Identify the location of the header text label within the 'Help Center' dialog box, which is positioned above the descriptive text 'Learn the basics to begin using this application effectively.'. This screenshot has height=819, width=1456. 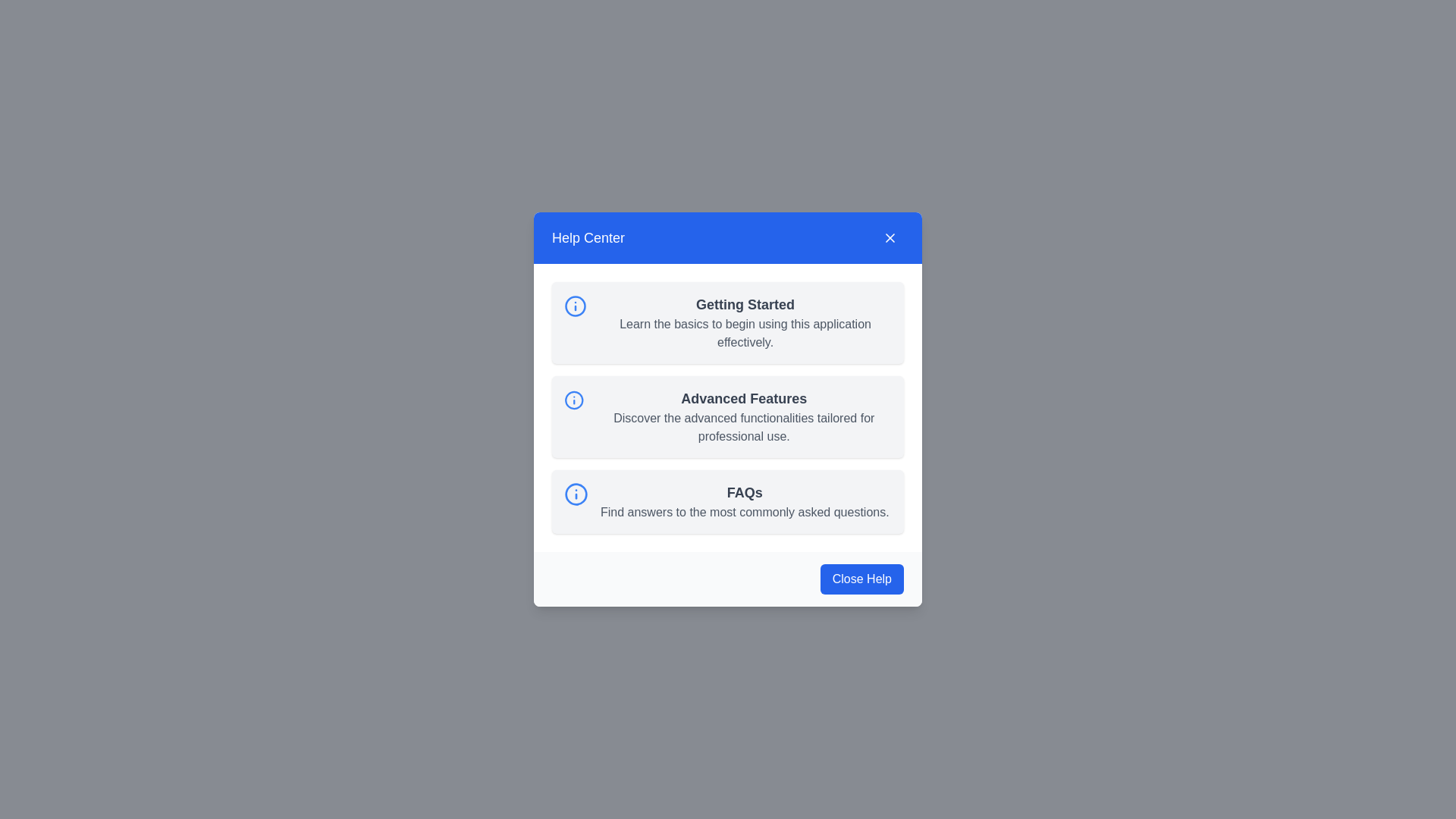
(745, 304).